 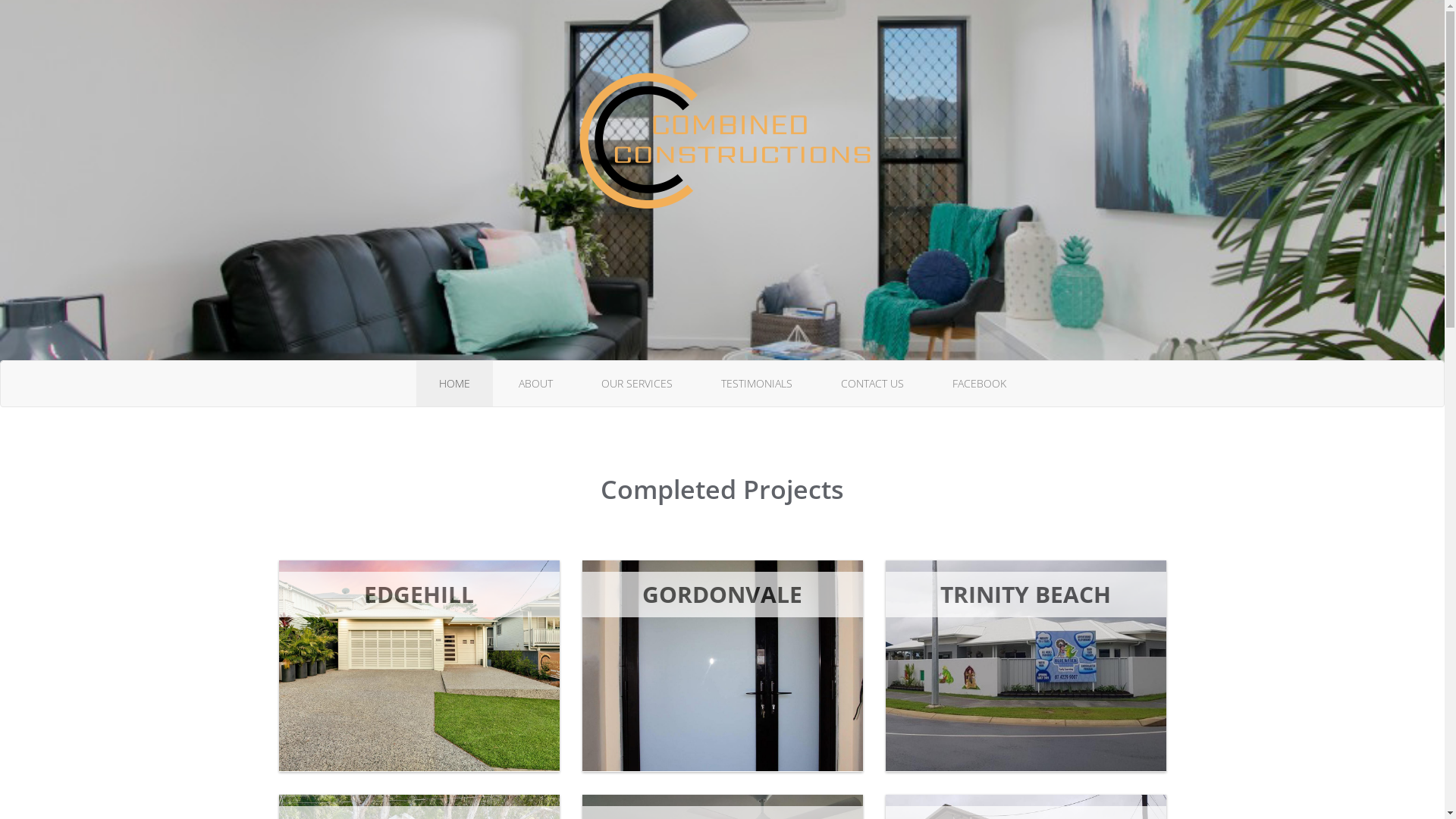 I want to click on 'OUR SERVICES', so click(x=636, y=382).